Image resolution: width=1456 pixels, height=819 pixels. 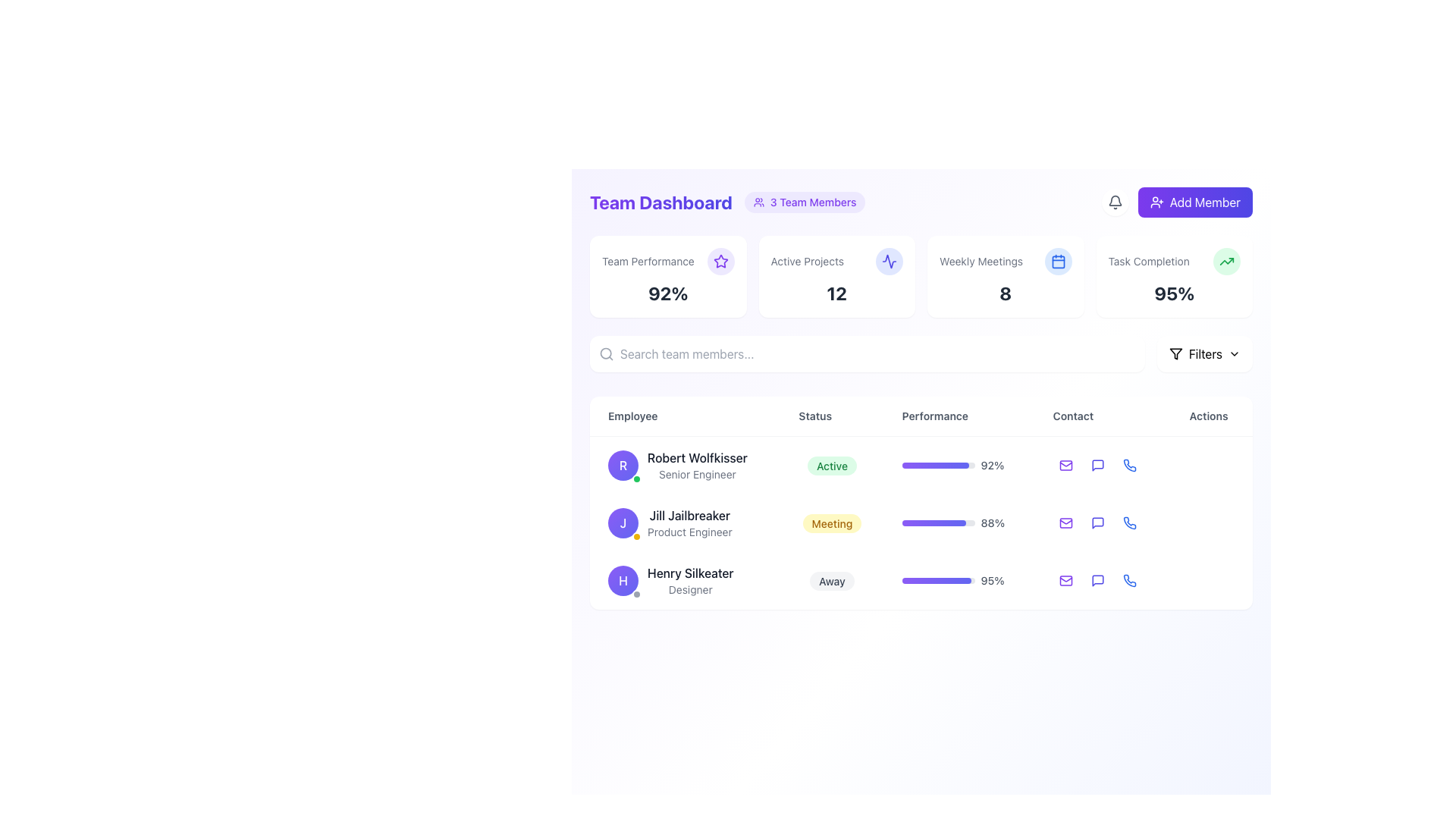 What do you see at coordinates (1173, 277) in the screenshot?
I see `the 'Task Completion' interactive card, which is the fourth card in a row of summary cards, featuring a white background, rounded corners, and displaying a title in gray and a percentage indicator in dark gray` at bounding box center [1173, 277].